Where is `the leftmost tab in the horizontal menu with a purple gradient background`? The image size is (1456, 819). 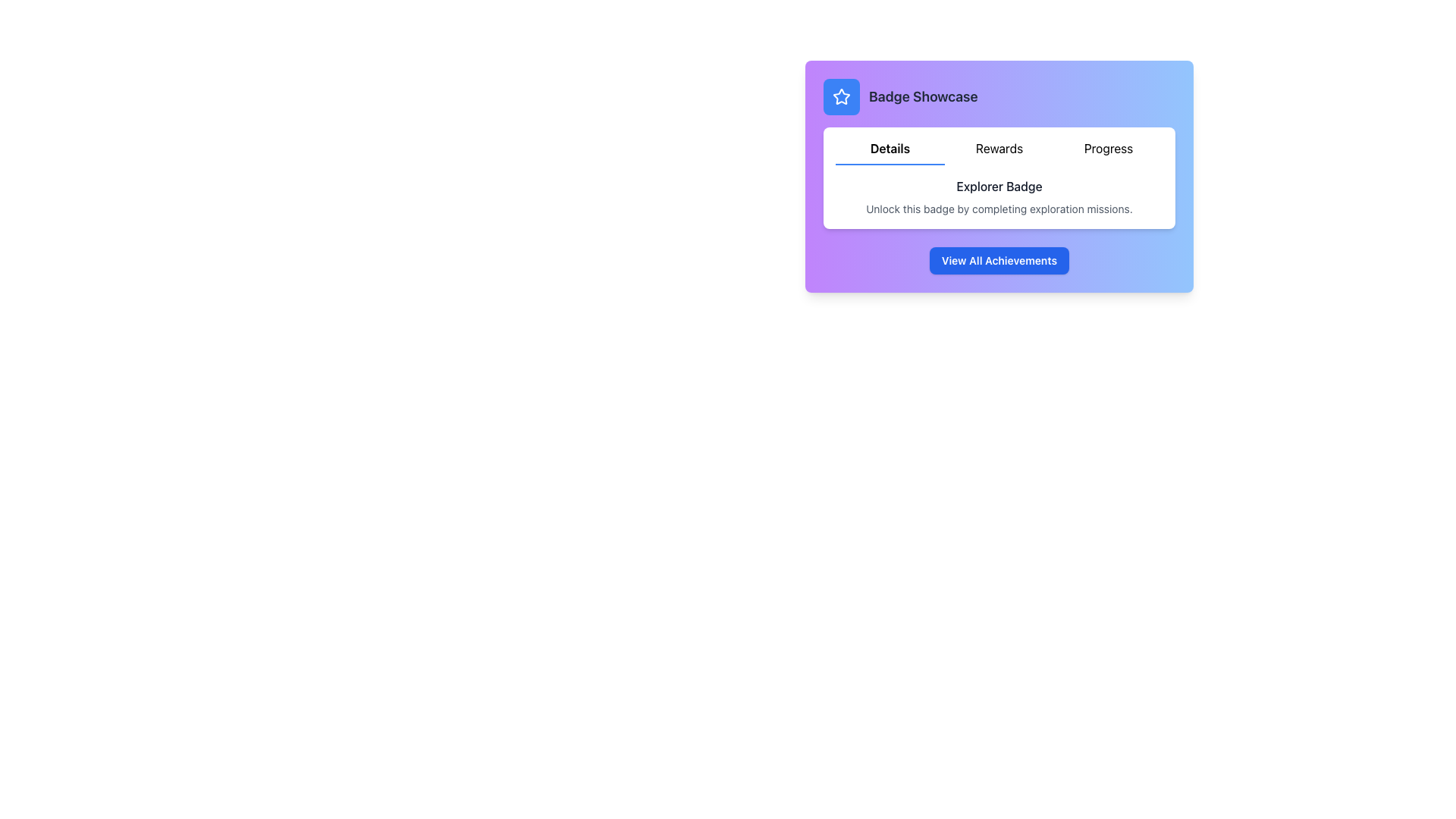 the leftmost tab in the horizontal menu with a purple gradient background is located at coordinates (890, 152).